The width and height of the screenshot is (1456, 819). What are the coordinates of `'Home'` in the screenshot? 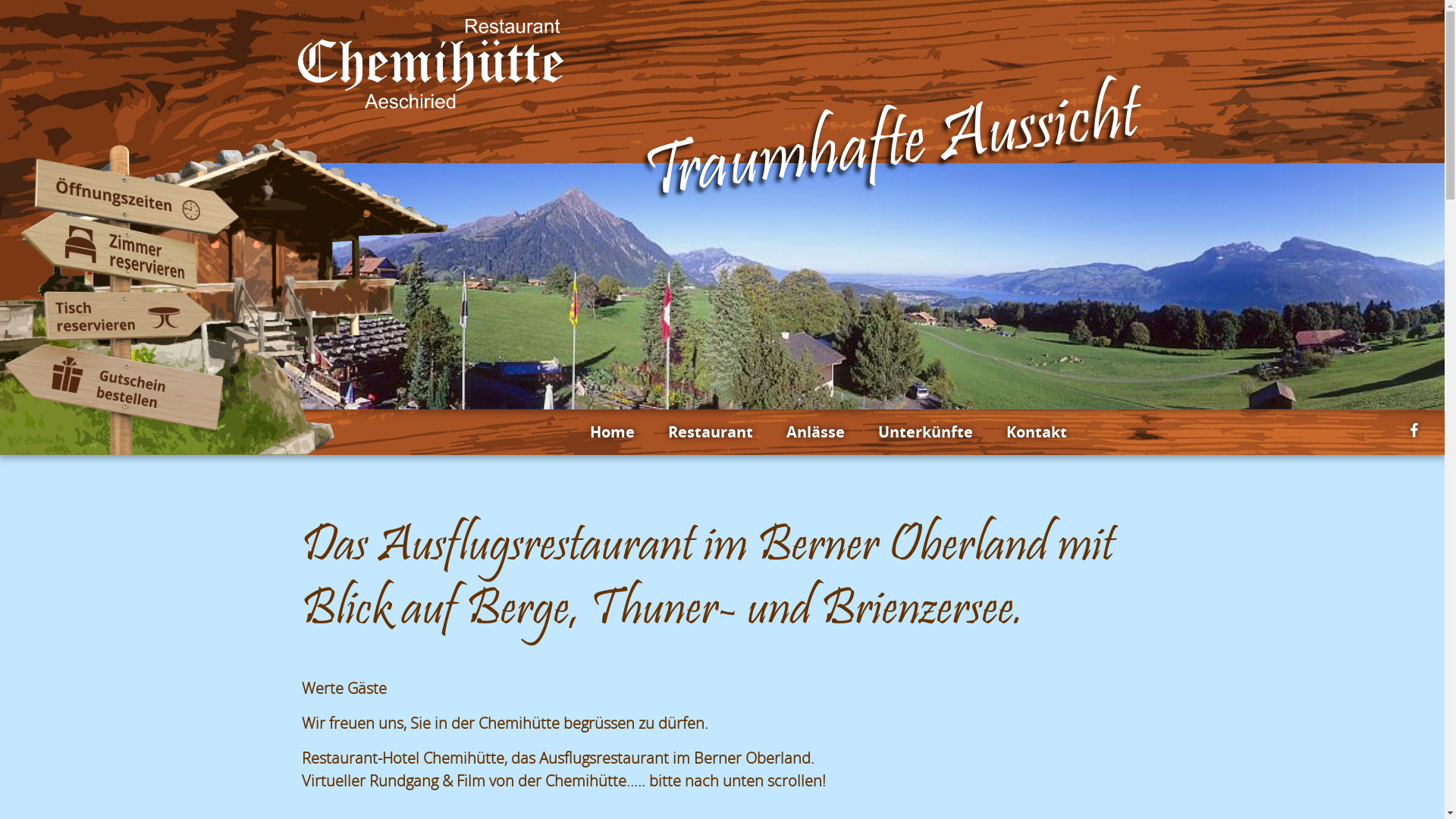 It's located at (588, 432).